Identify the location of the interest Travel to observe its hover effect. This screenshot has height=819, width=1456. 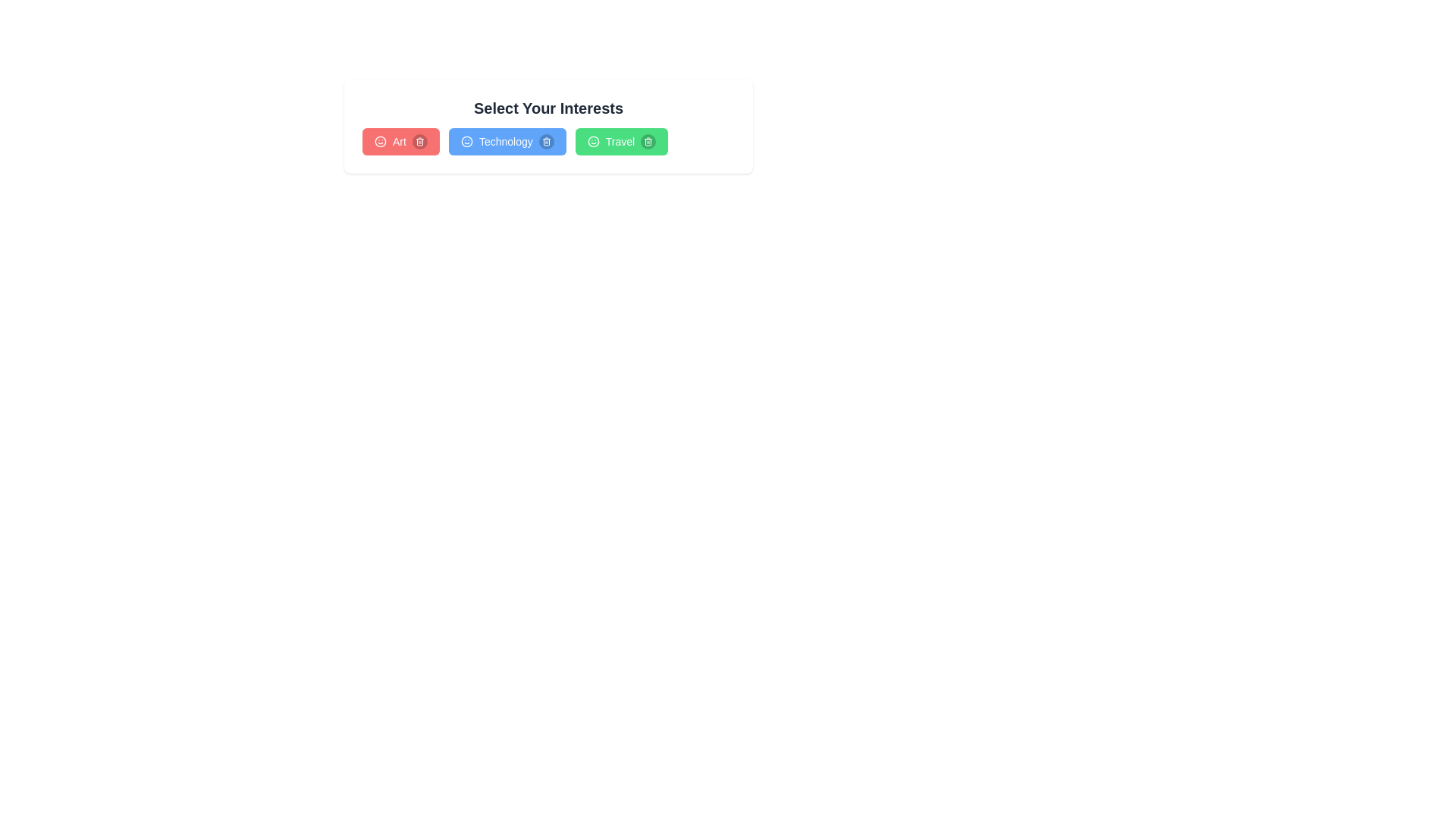
(621, 141).